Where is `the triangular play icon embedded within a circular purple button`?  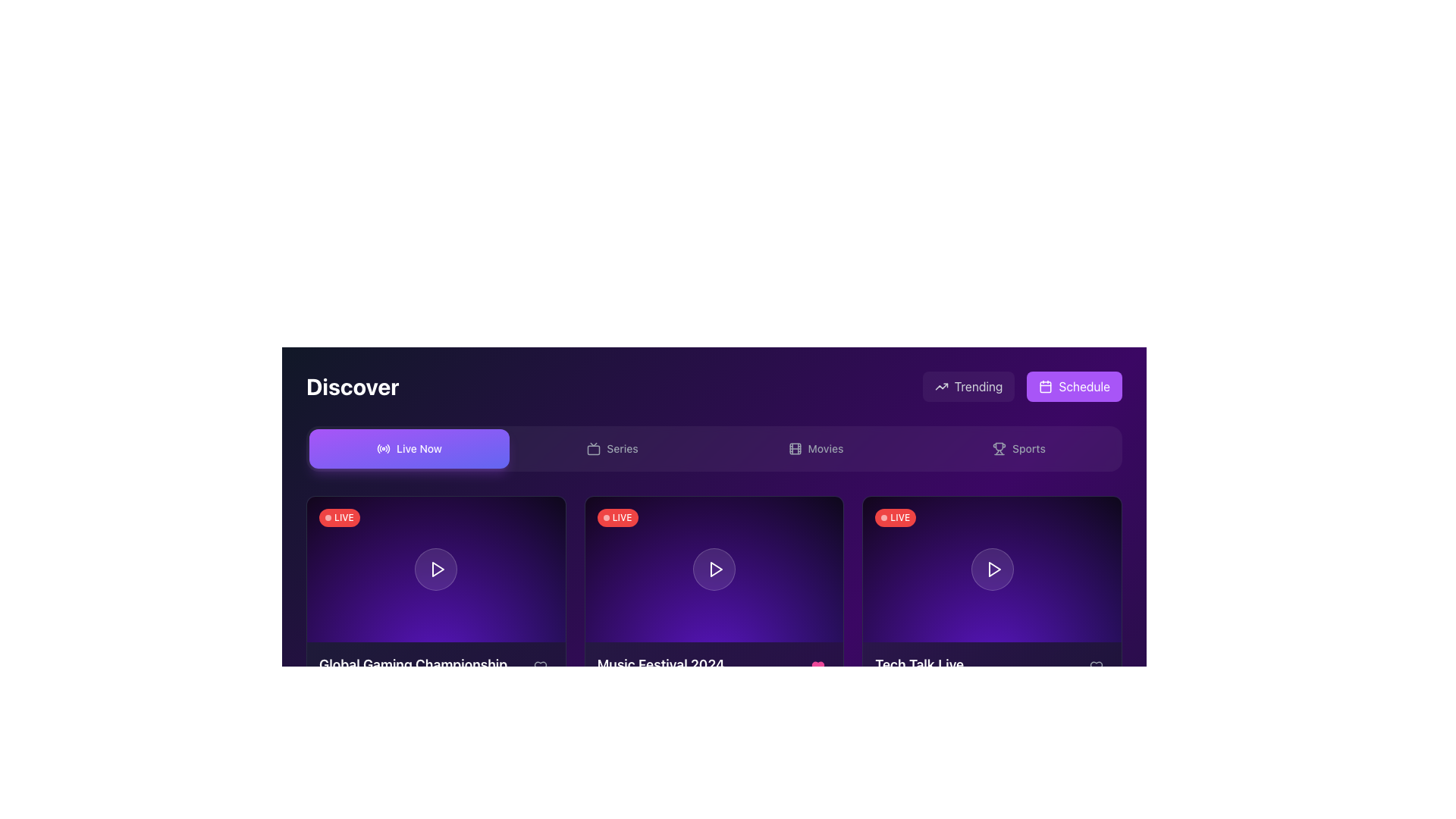 the triangular play icon embedded within a circular purple button is located at coordinates (715, 569).